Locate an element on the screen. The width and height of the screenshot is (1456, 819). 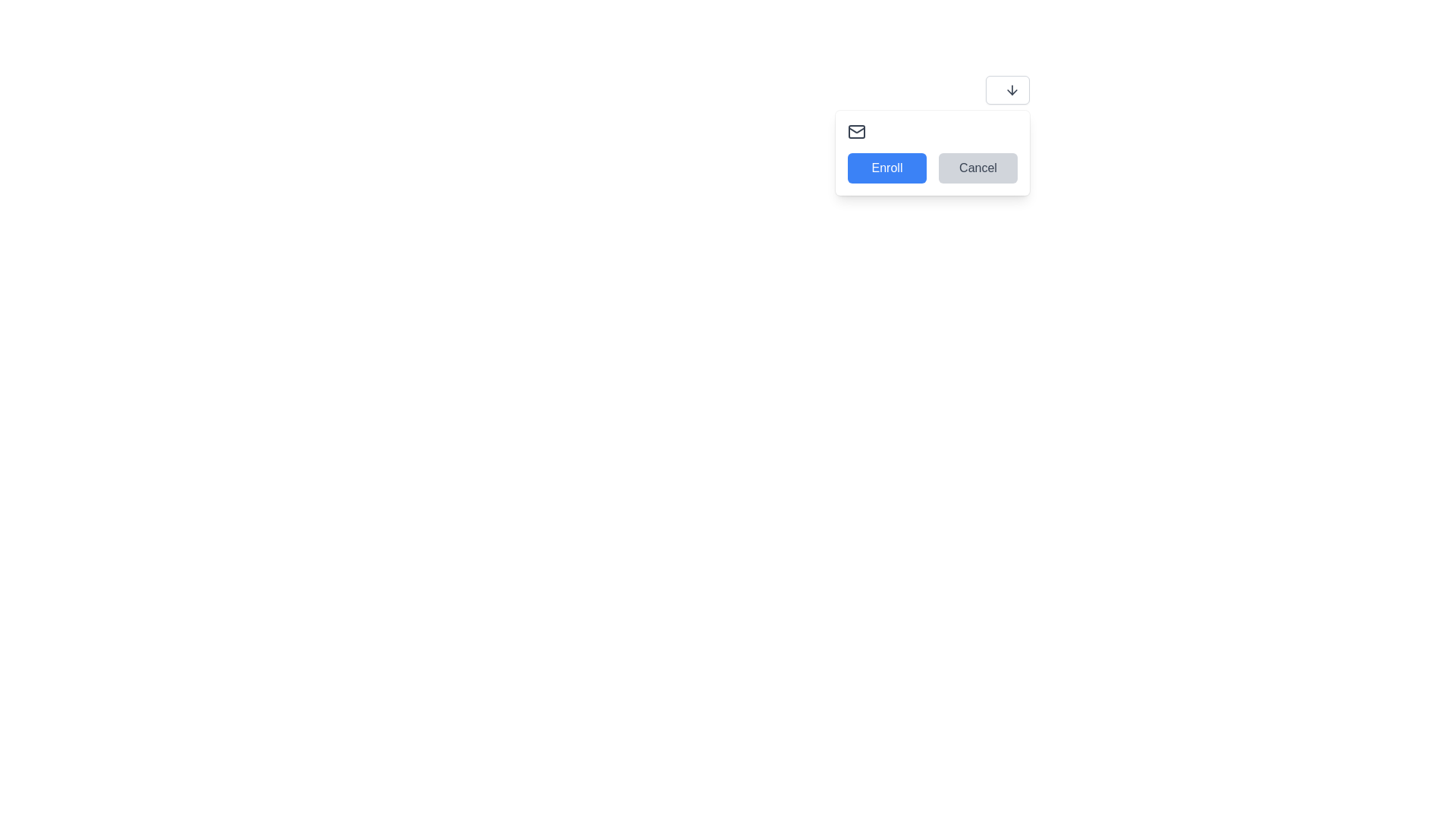
the rounded rectangular blue button labeled 'Enroll' is located at coordinates (887, 168).